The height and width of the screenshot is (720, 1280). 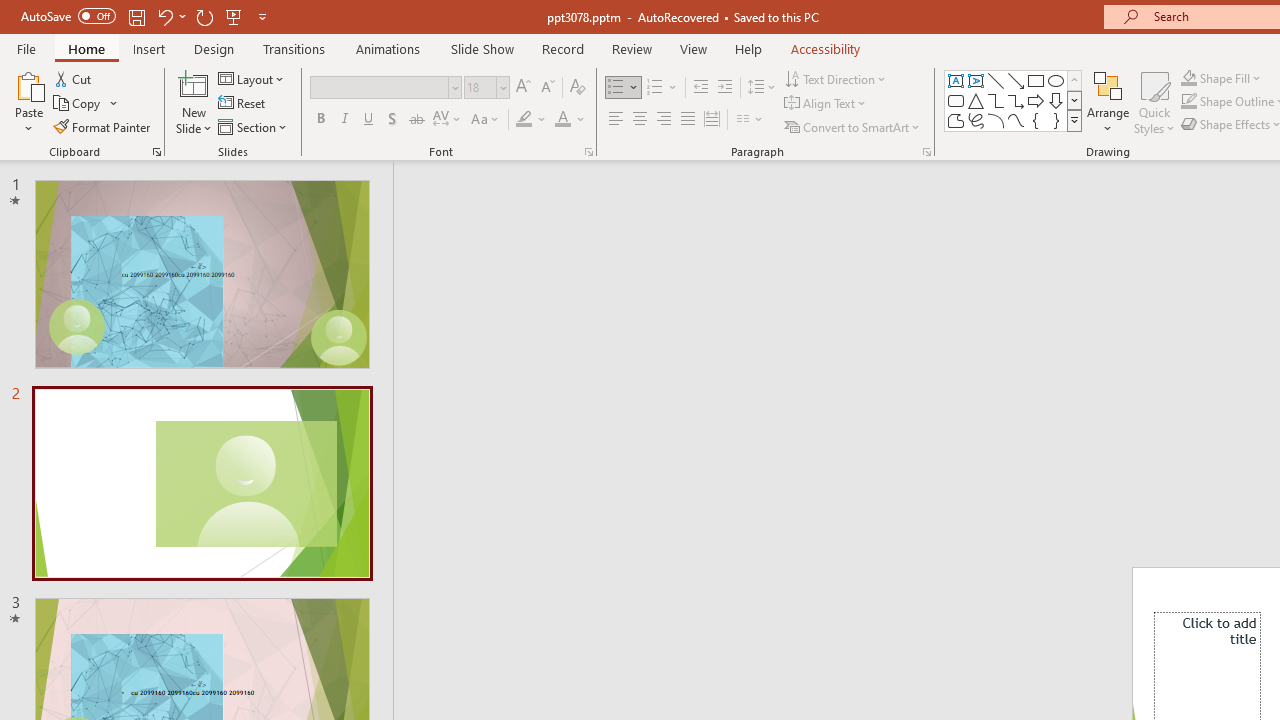 What do you see at coordinates (576, 86) in the screenshot?
I see `'Clear Formatting'` at bounding box center [576, 86].